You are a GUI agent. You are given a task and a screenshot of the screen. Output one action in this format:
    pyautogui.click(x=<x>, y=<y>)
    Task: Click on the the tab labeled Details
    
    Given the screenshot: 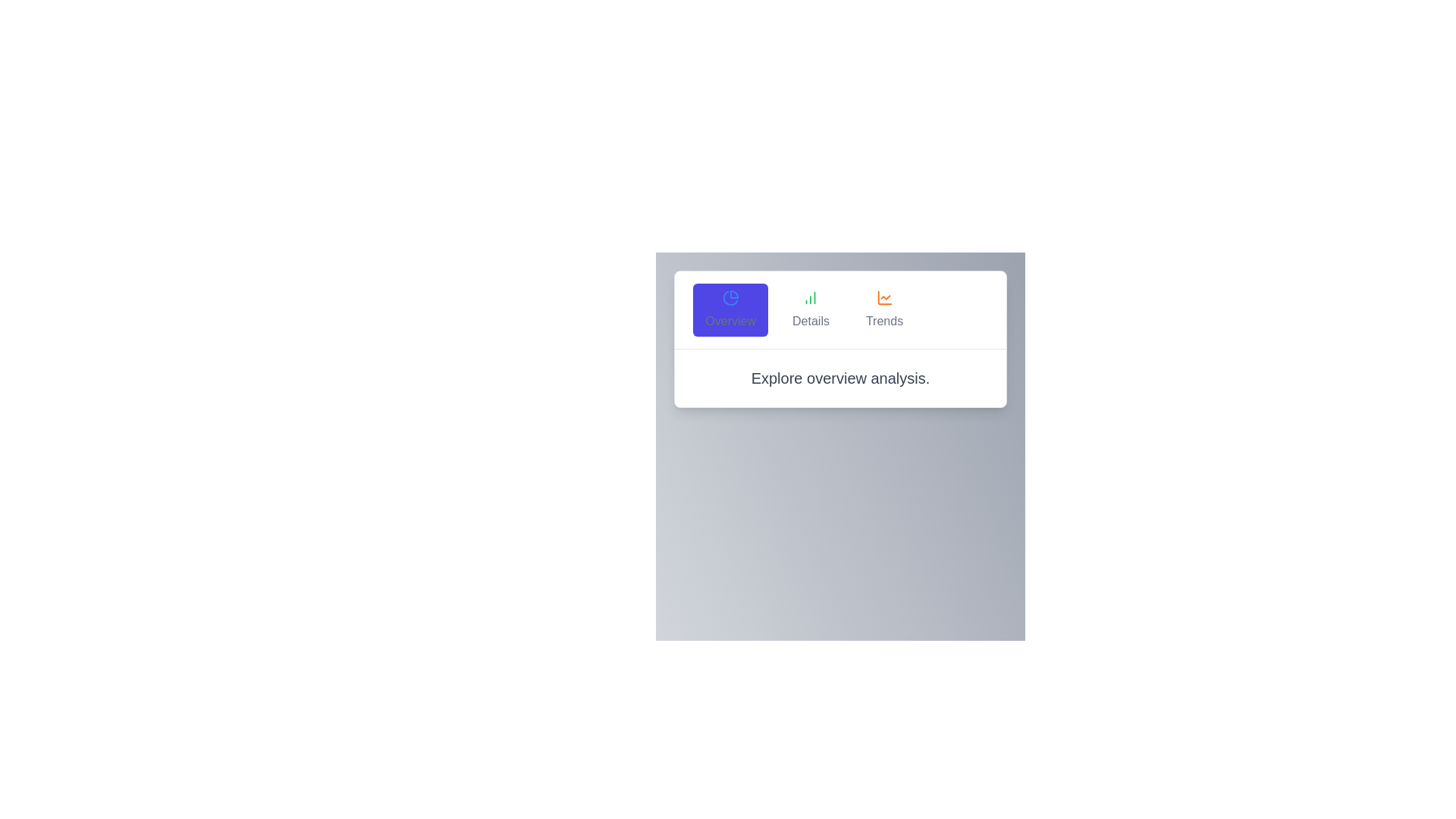 What is the action you would take?
    pyautogui.click(x=810, y=309)
    